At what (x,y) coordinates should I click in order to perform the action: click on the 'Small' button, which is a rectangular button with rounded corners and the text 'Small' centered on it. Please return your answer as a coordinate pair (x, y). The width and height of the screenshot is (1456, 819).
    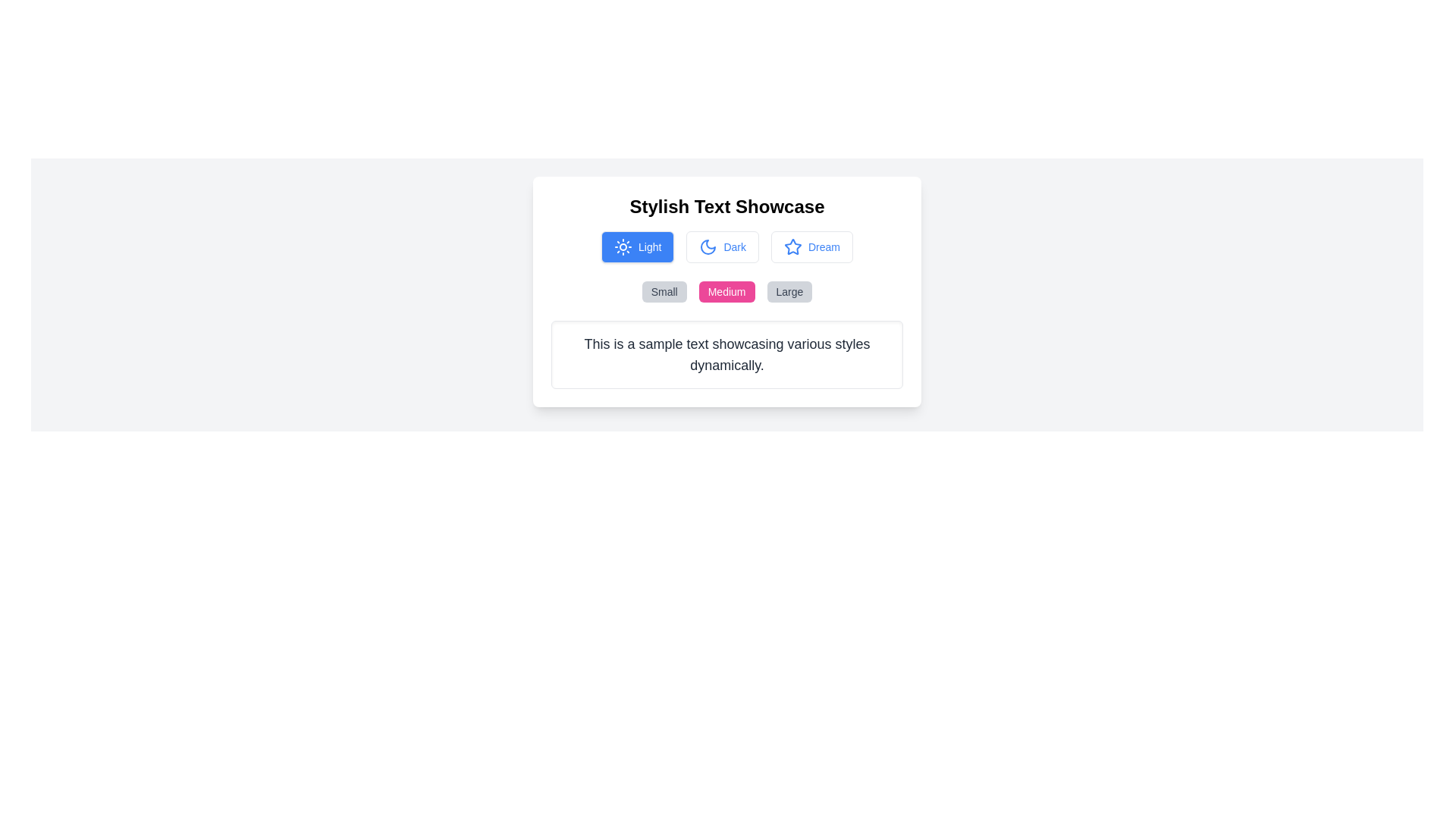
    Looking at the image, I should click on (664, 292).